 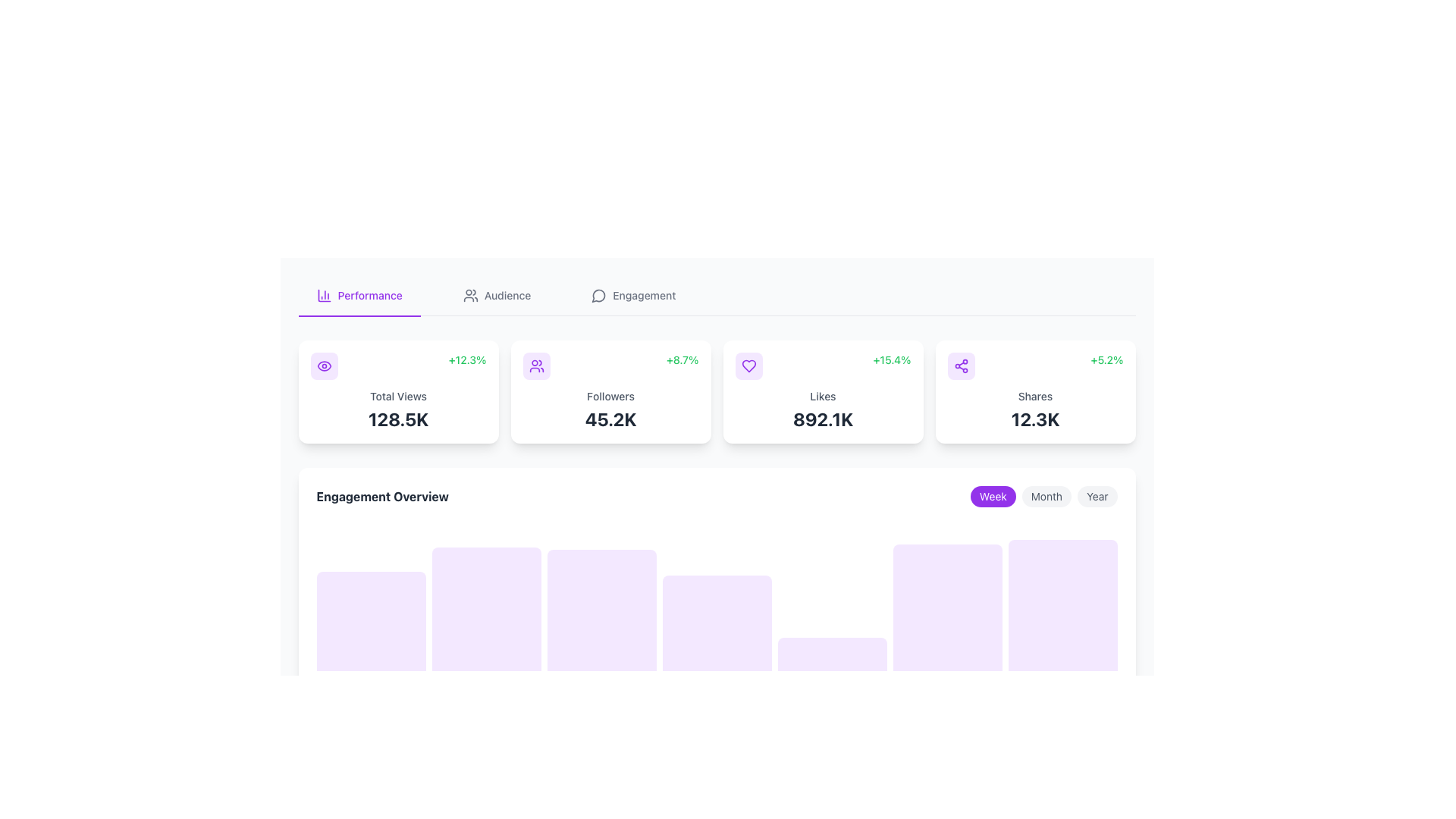 What do you see at coordinates (1034, 391) in the screenshot?
I see `displayed information from the fourth card in the grid under the 'Performance' tab which shows statistical data about shares and percentage change` at bounding box center [1034, 391].